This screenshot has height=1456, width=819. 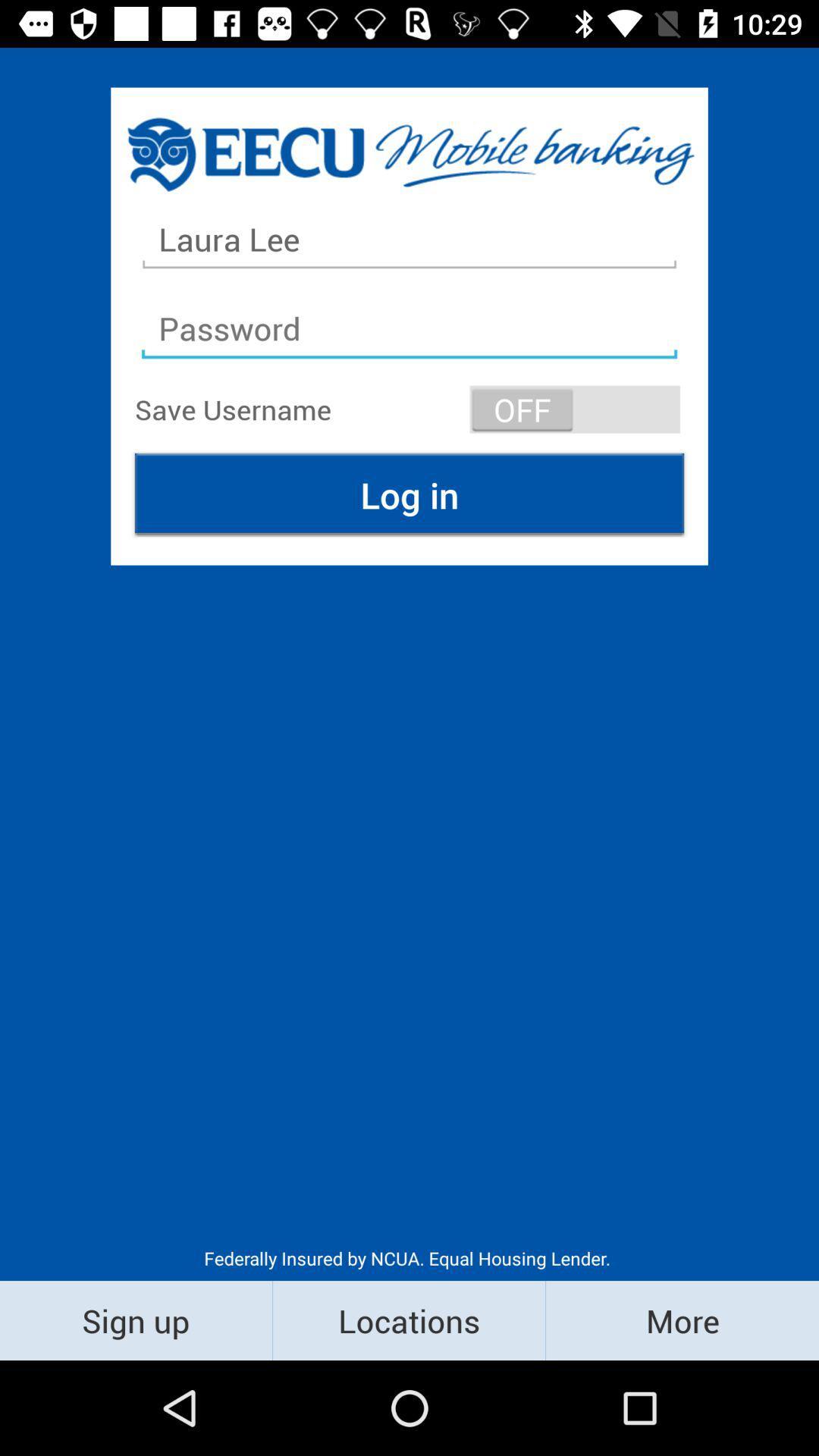 I want to click on the laura lee, so click(x=409, y=239).